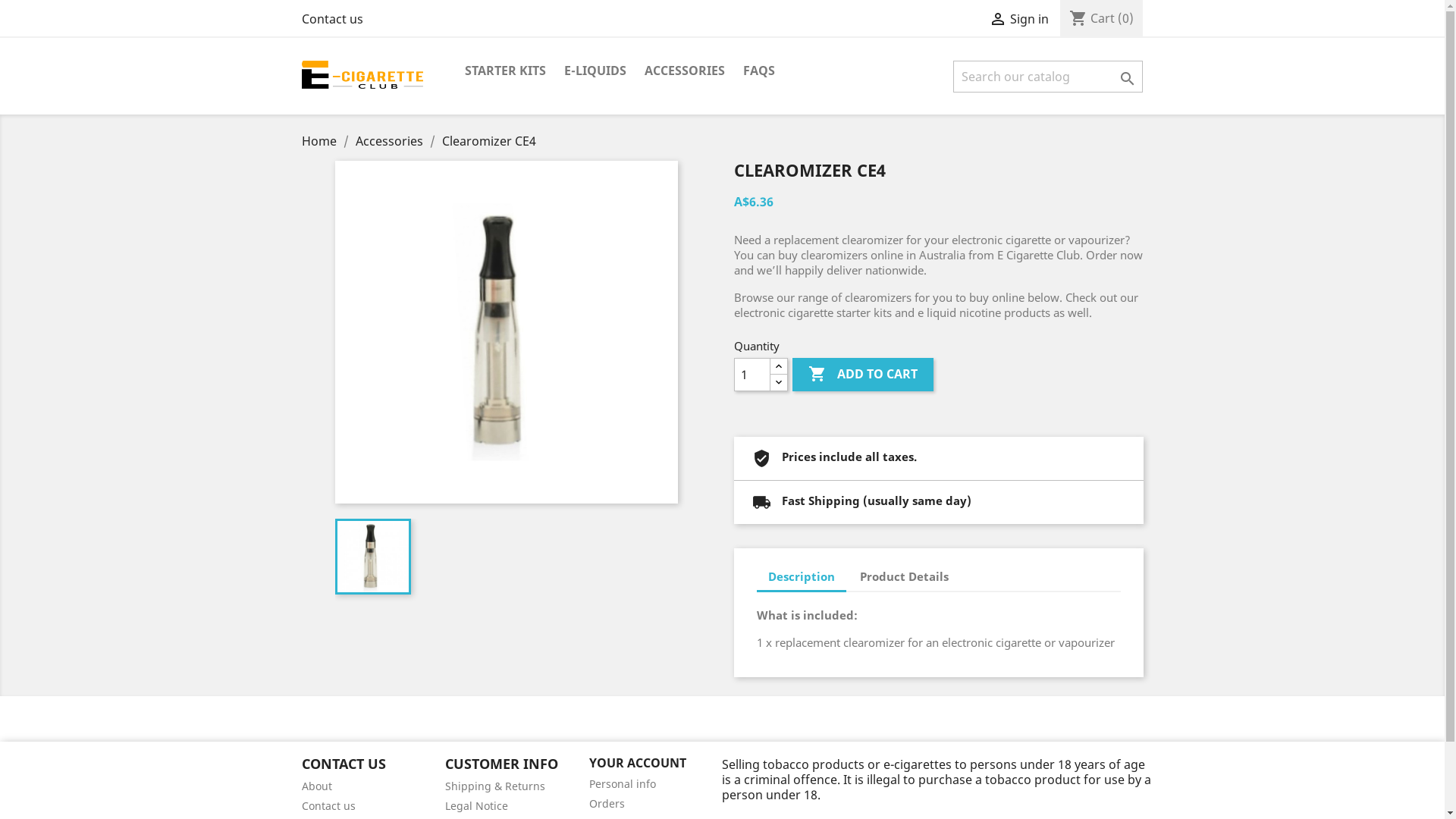  What do you see at coordinates (637, 763) in the screenshot?
I see `'YOUR ACCOUNT'` at bounding box center [637, 763].